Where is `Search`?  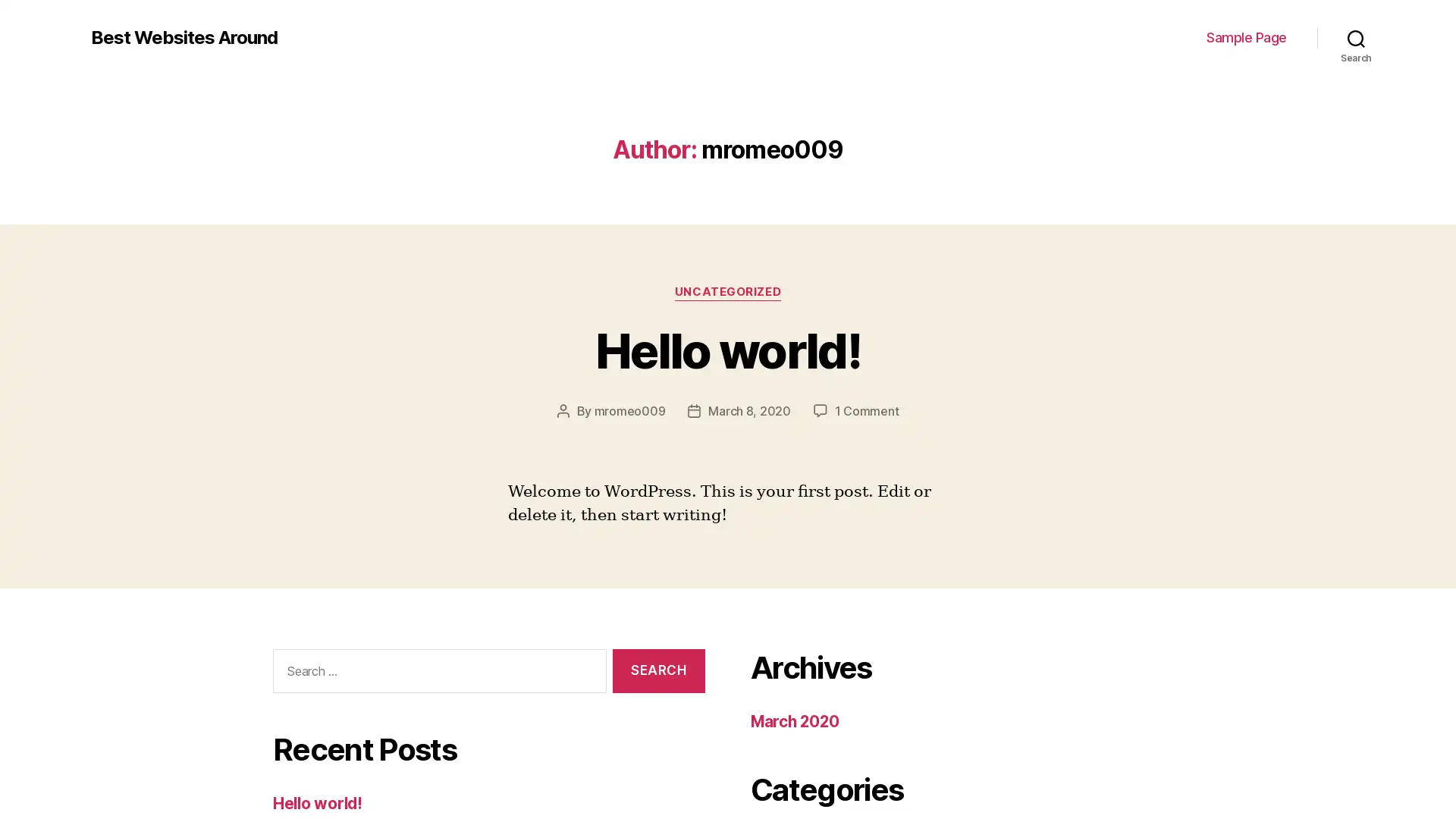
Search is located at coordinates (658, 670).